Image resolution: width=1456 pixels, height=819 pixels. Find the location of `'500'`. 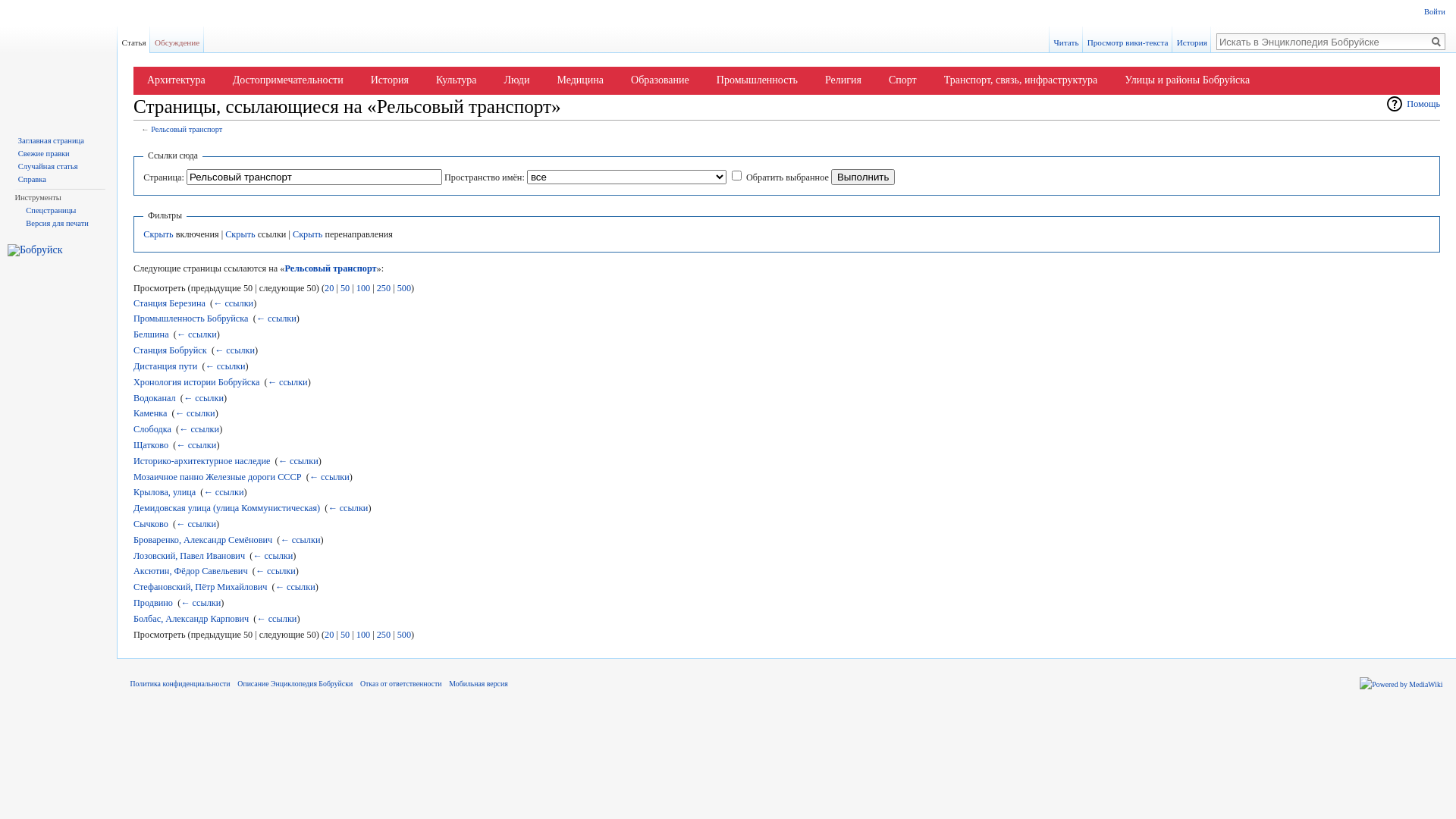

'500' is located at coordinates (403, 288).